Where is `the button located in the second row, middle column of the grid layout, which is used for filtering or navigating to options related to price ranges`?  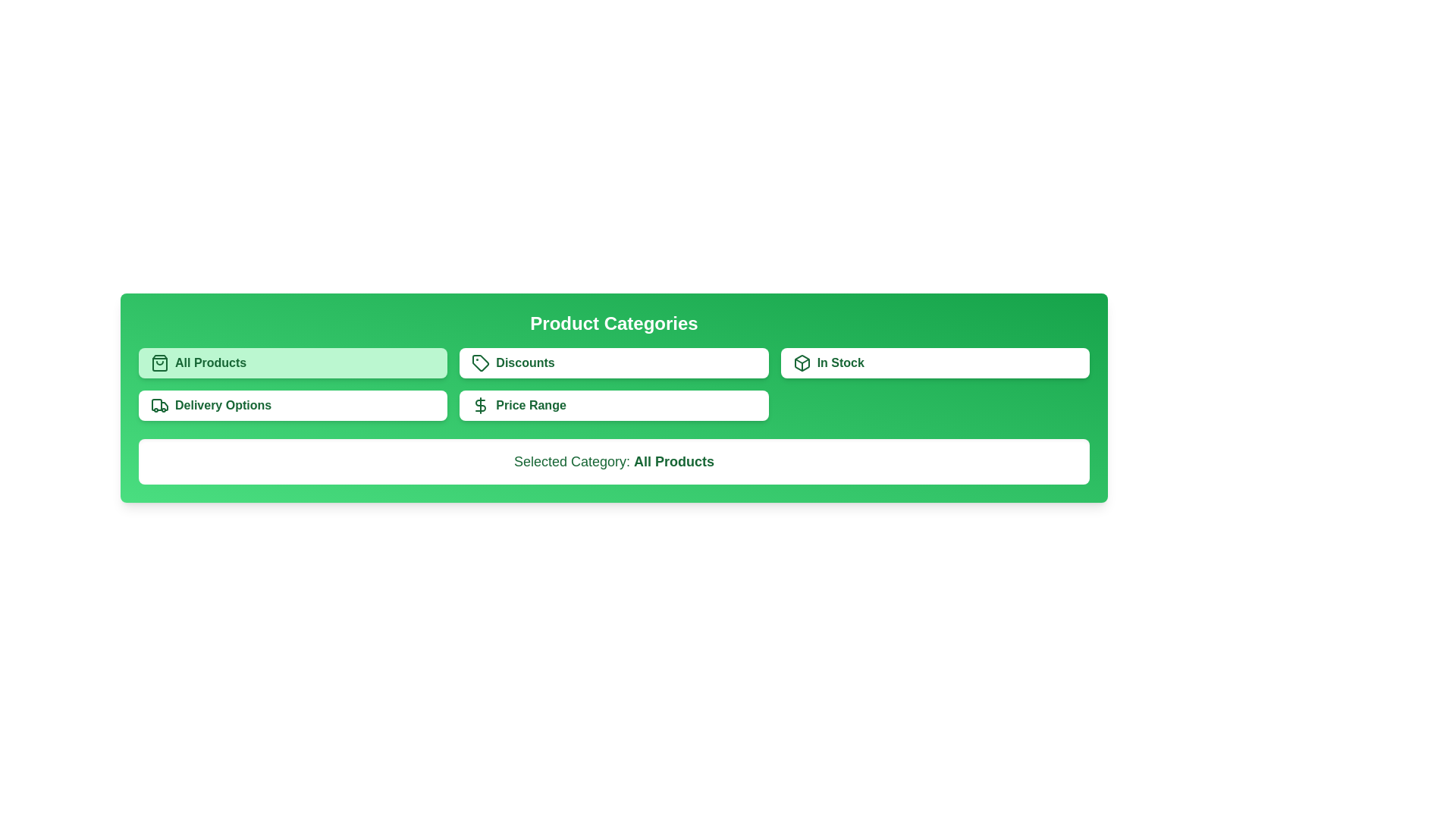
the button located in the second row, middle column of the grid layout, which is used for filtering or navigating to options related to price ranges is located at coordinates (614, 405).